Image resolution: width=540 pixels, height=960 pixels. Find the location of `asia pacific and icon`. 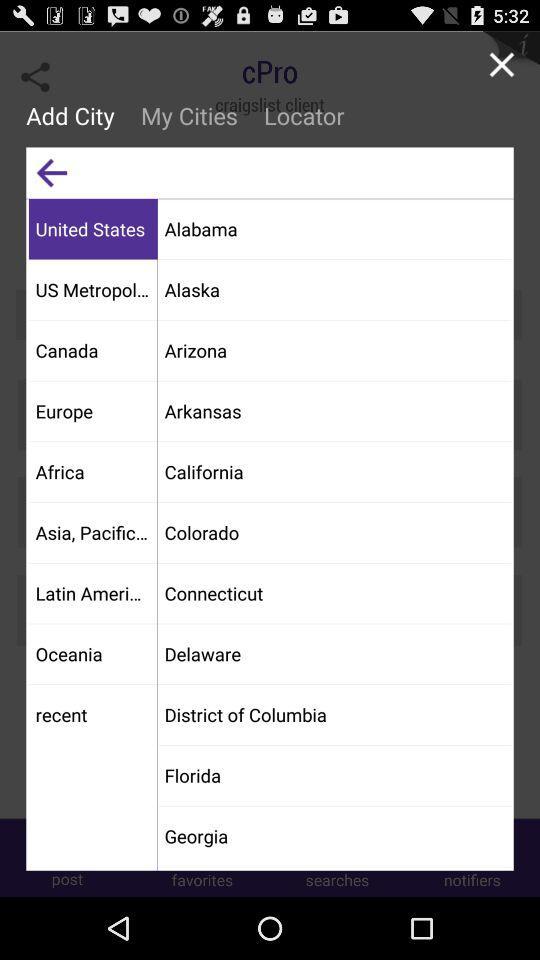

asia pacific and icon is located at coordinates (92, 531).